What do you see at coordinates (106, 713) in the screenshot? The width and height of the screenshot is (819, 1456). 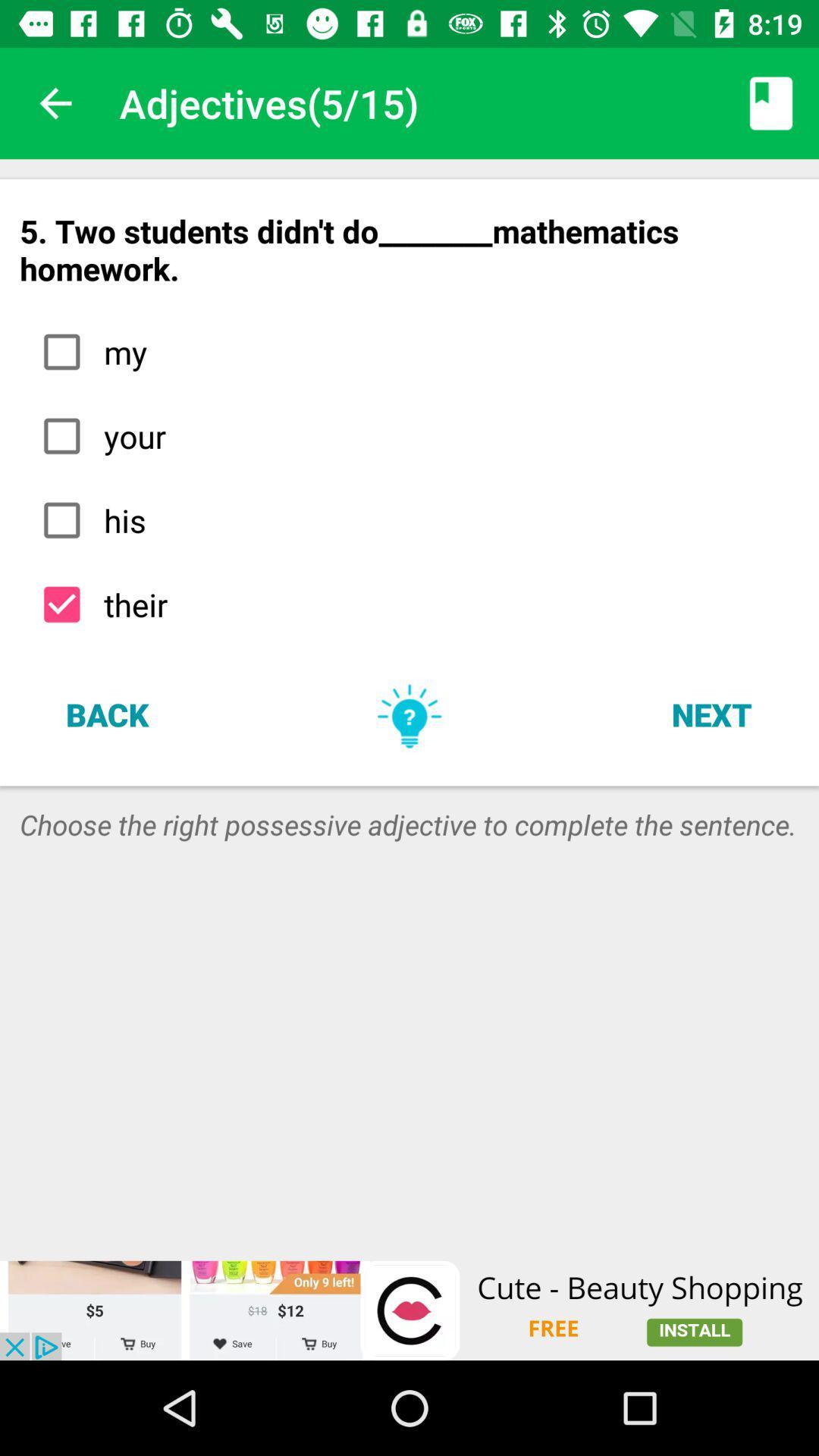 I see `back button` at bounding box center [106, 713].